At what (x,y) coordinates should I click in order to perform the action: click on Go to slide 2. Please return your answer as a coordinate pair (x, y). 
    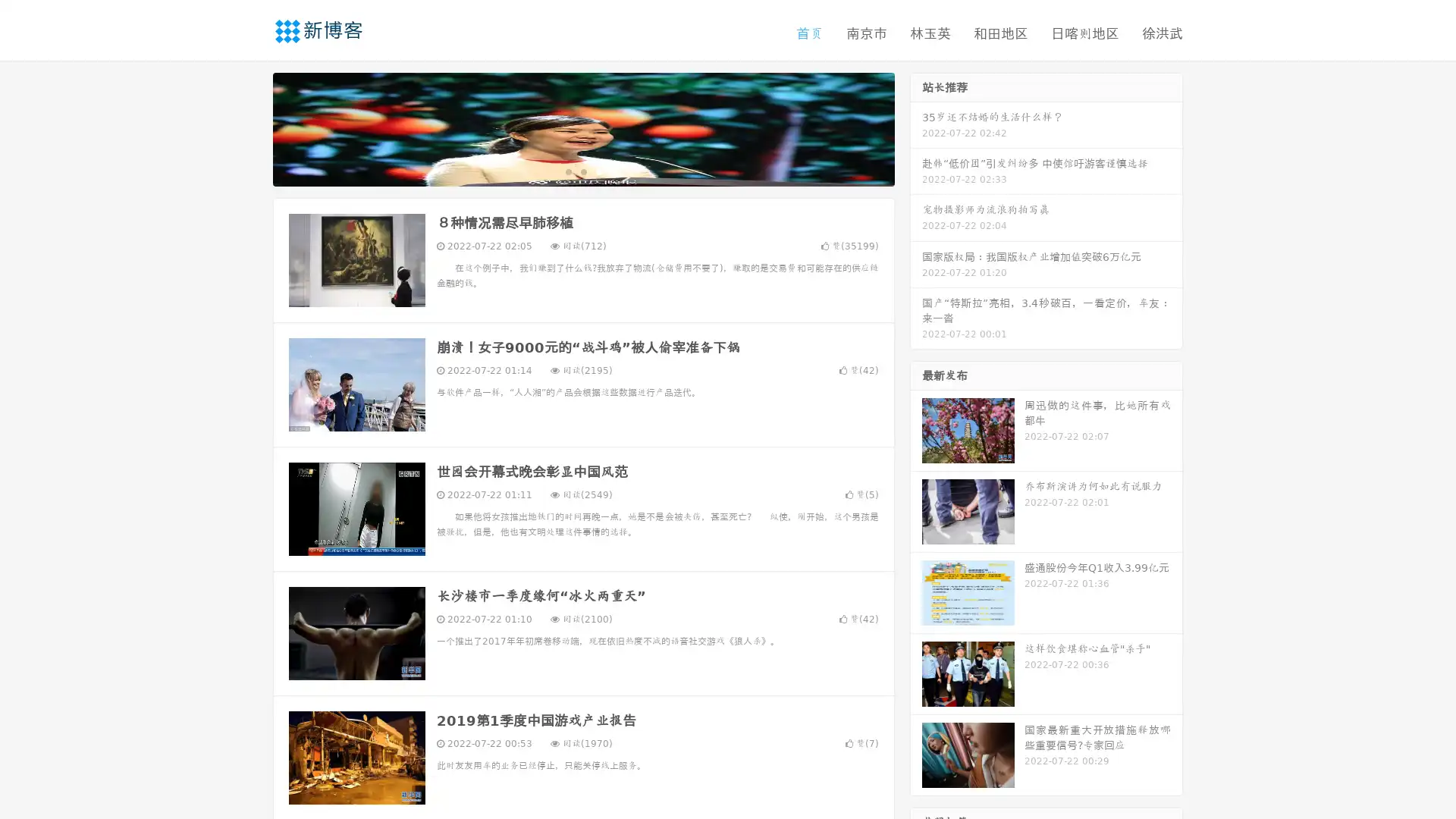
    Looking at the image, I should click on (582, 171).